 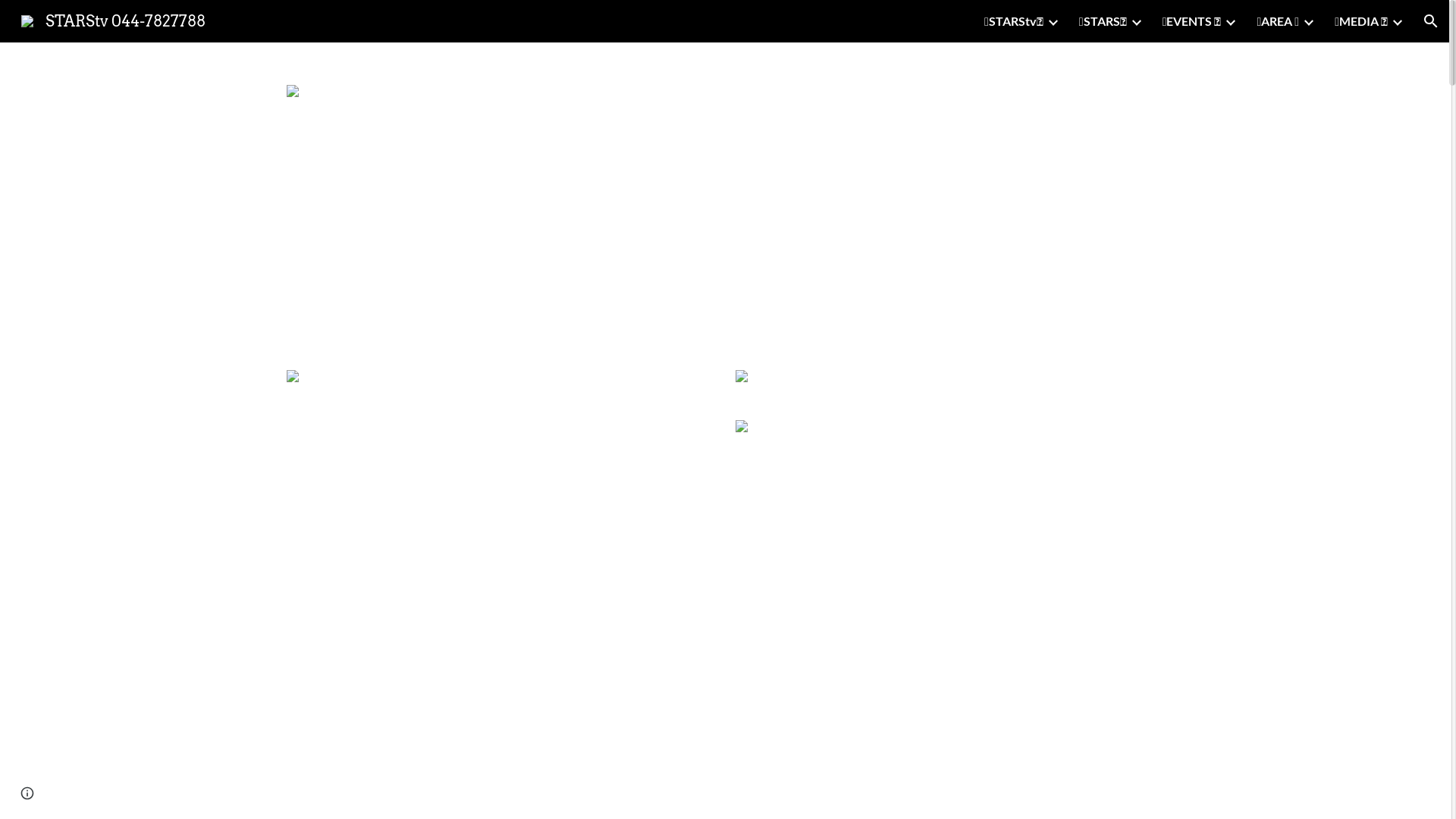 I want to click on 'STARStv 044-7827788', so click(x=112, y=20).